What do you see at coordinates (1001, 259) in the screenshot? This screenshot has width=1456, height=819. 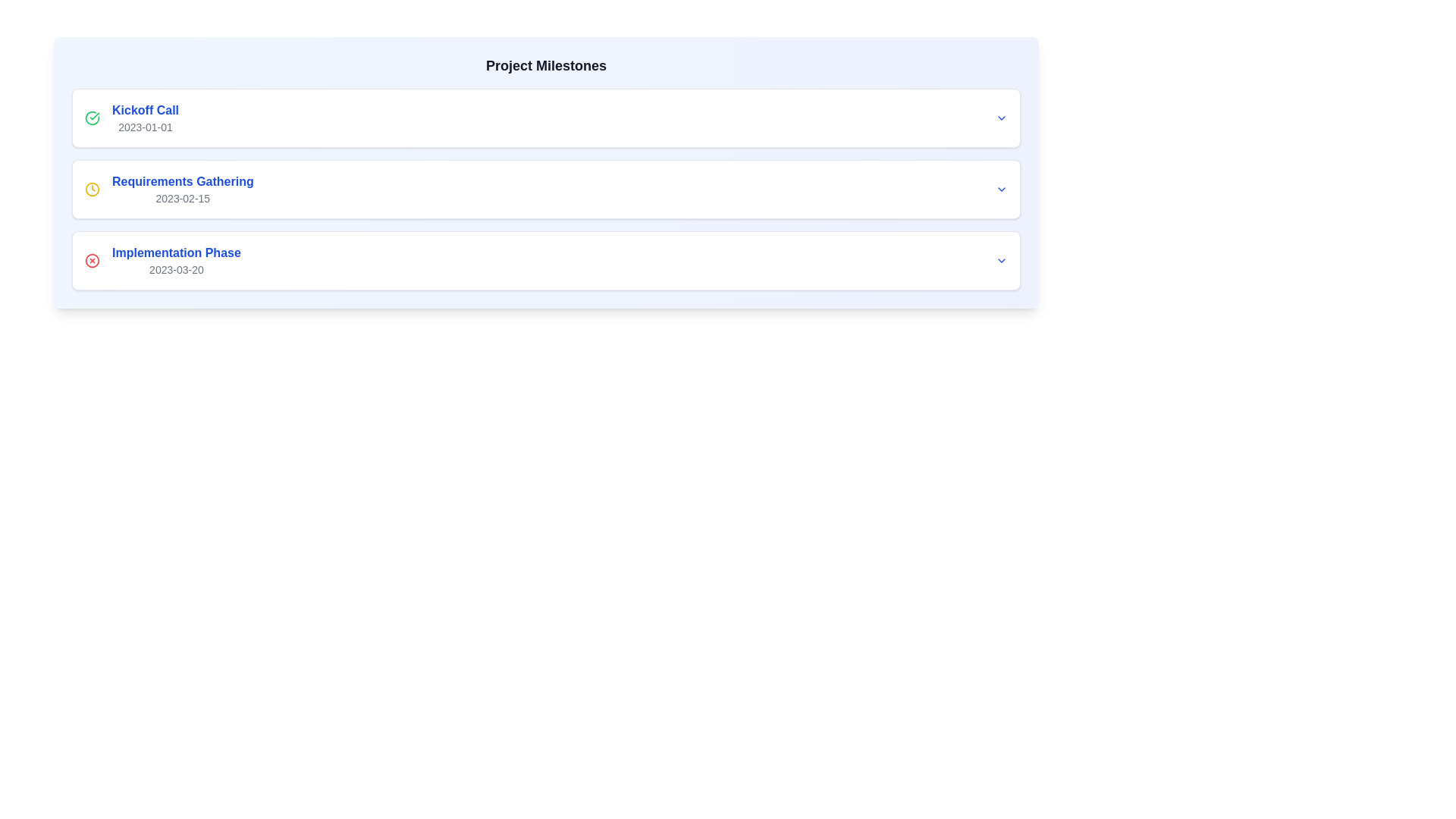 I see `the blue downward-pointing chevron icon` at bounding box center [1001, 259].